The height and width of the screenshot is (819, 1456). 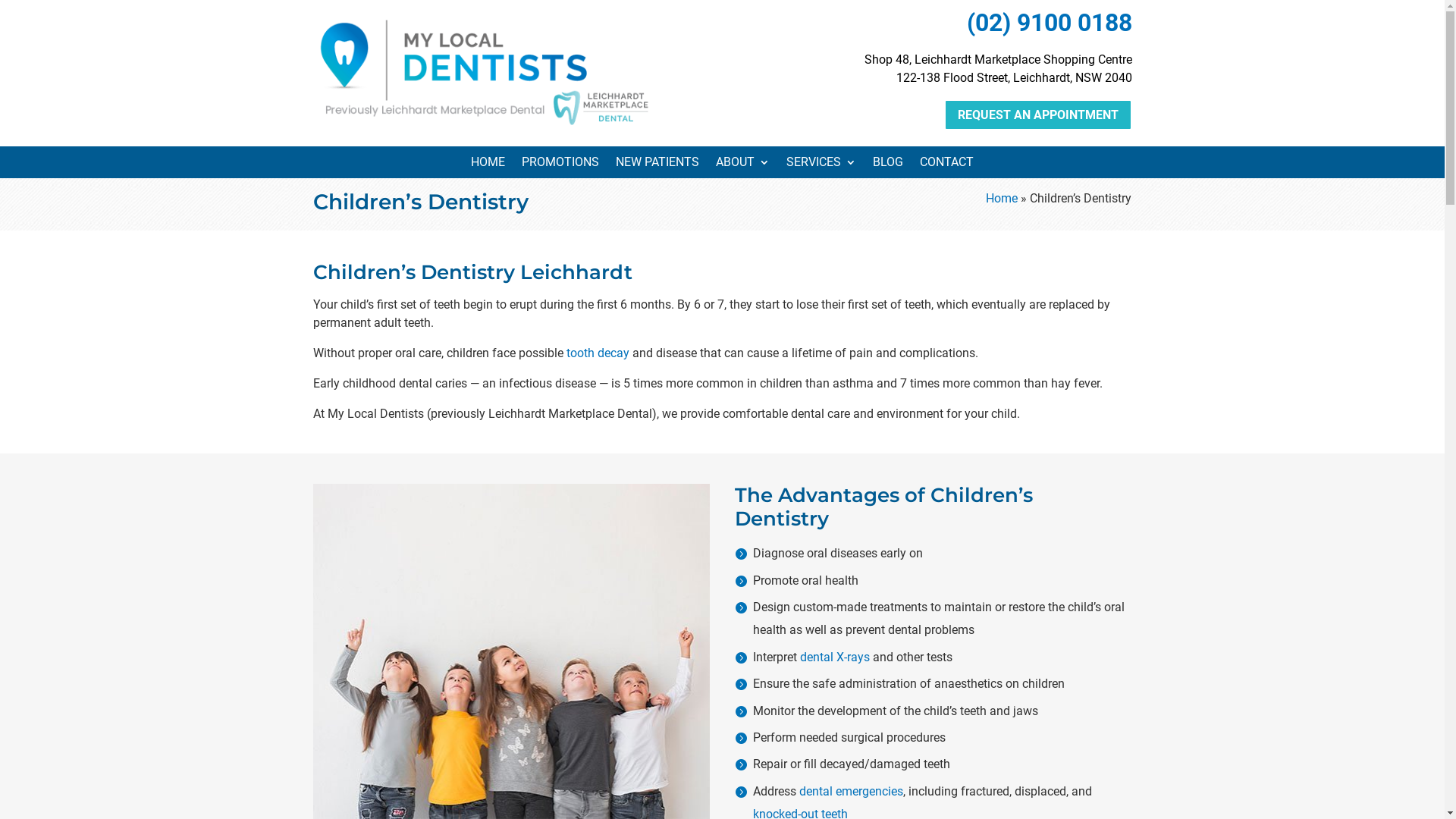 I want to click on 'tooth decay', so click(x=564, y=353).